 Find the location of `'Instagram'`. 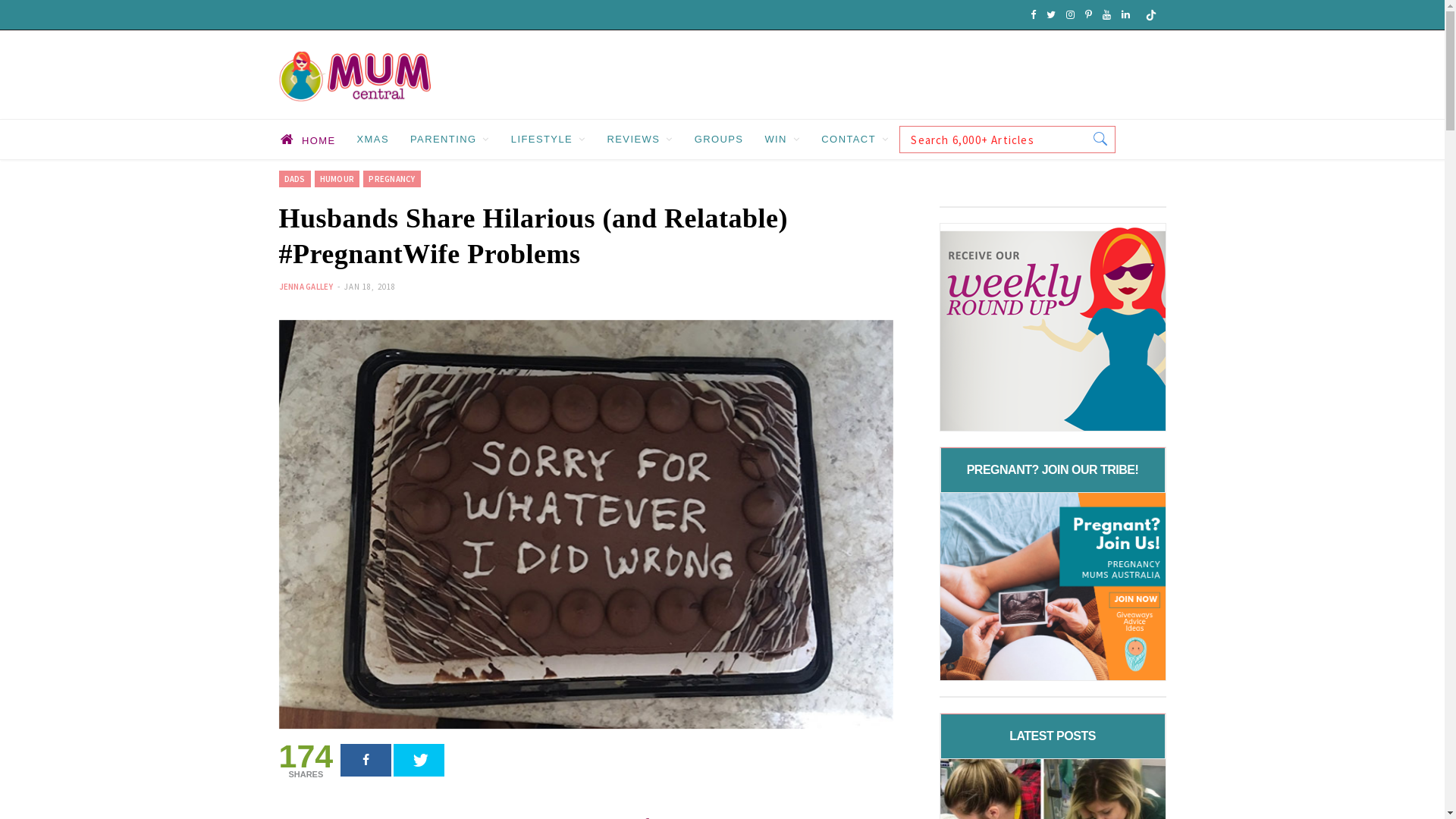

'Instagram' is located at coordinates (1069, 14).